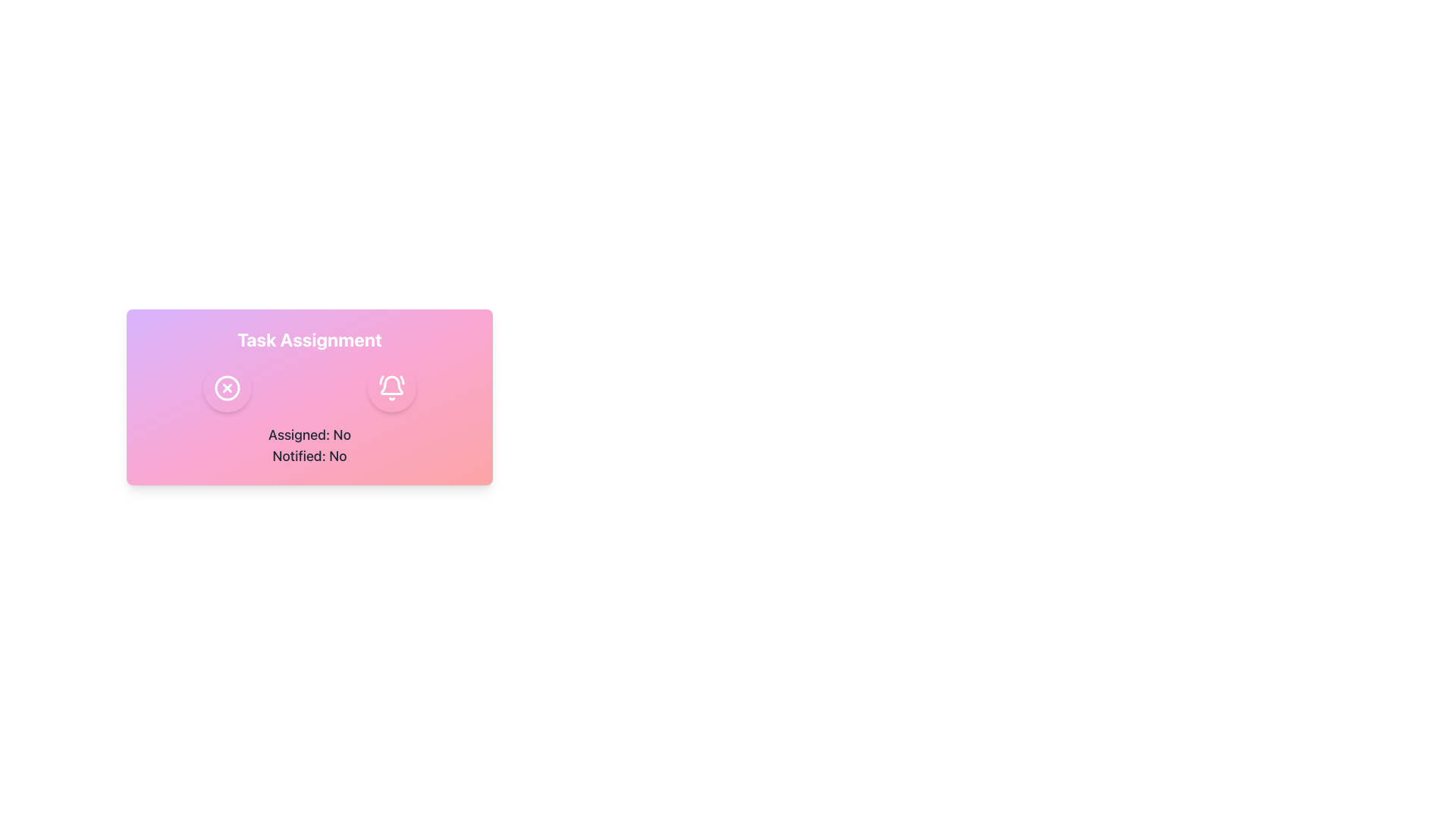 This screenshot has width=1456, height=819. What do you see at coordinates (226, 388) in the screenshot?
I see `the SVG Circle located in the left section of the 'Task Assignment' card, which may serve as a clickable area` at bounding box center [226, 388].